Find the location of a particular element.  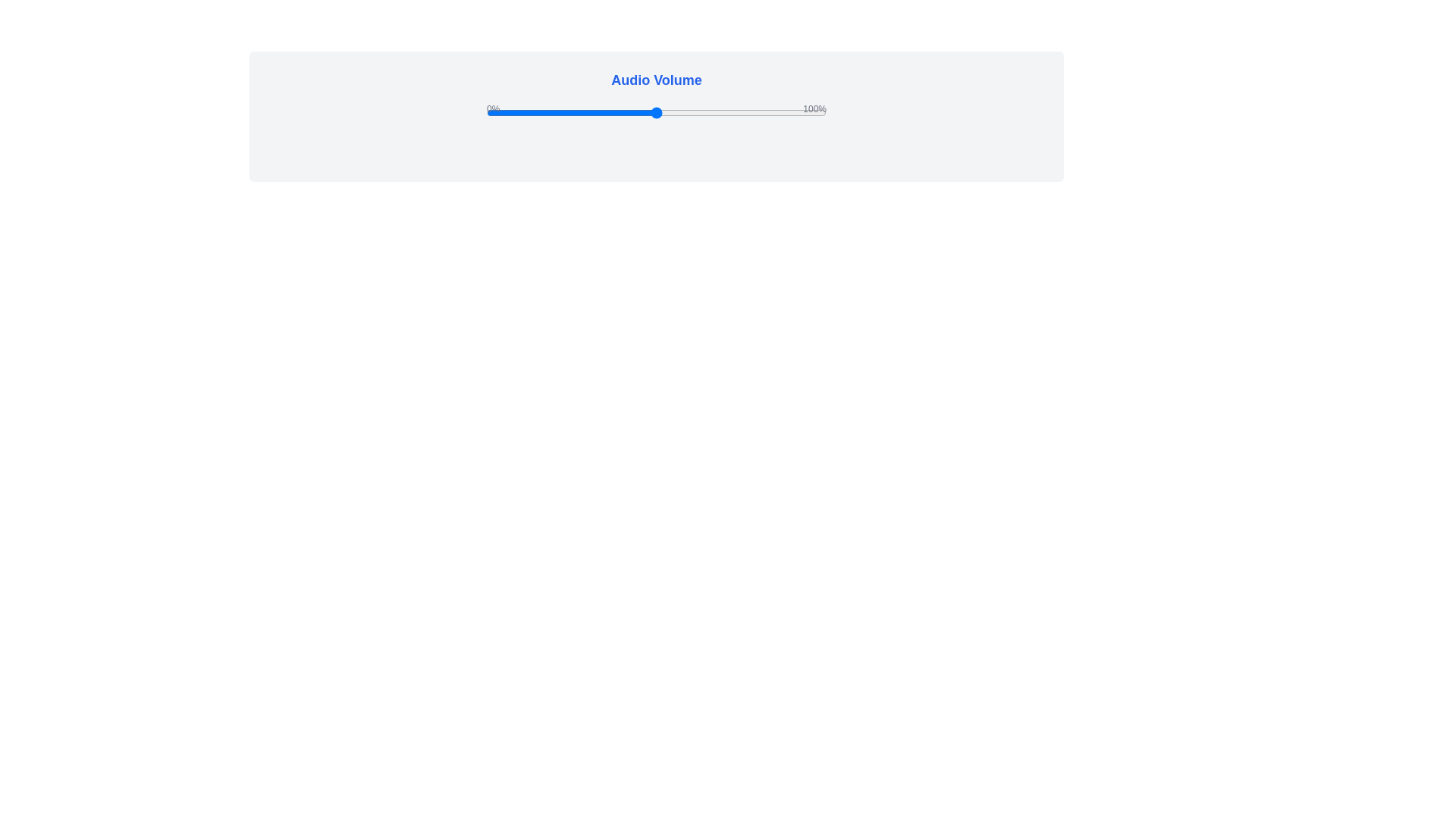

the audio volume is located at coordinates (745, 112).